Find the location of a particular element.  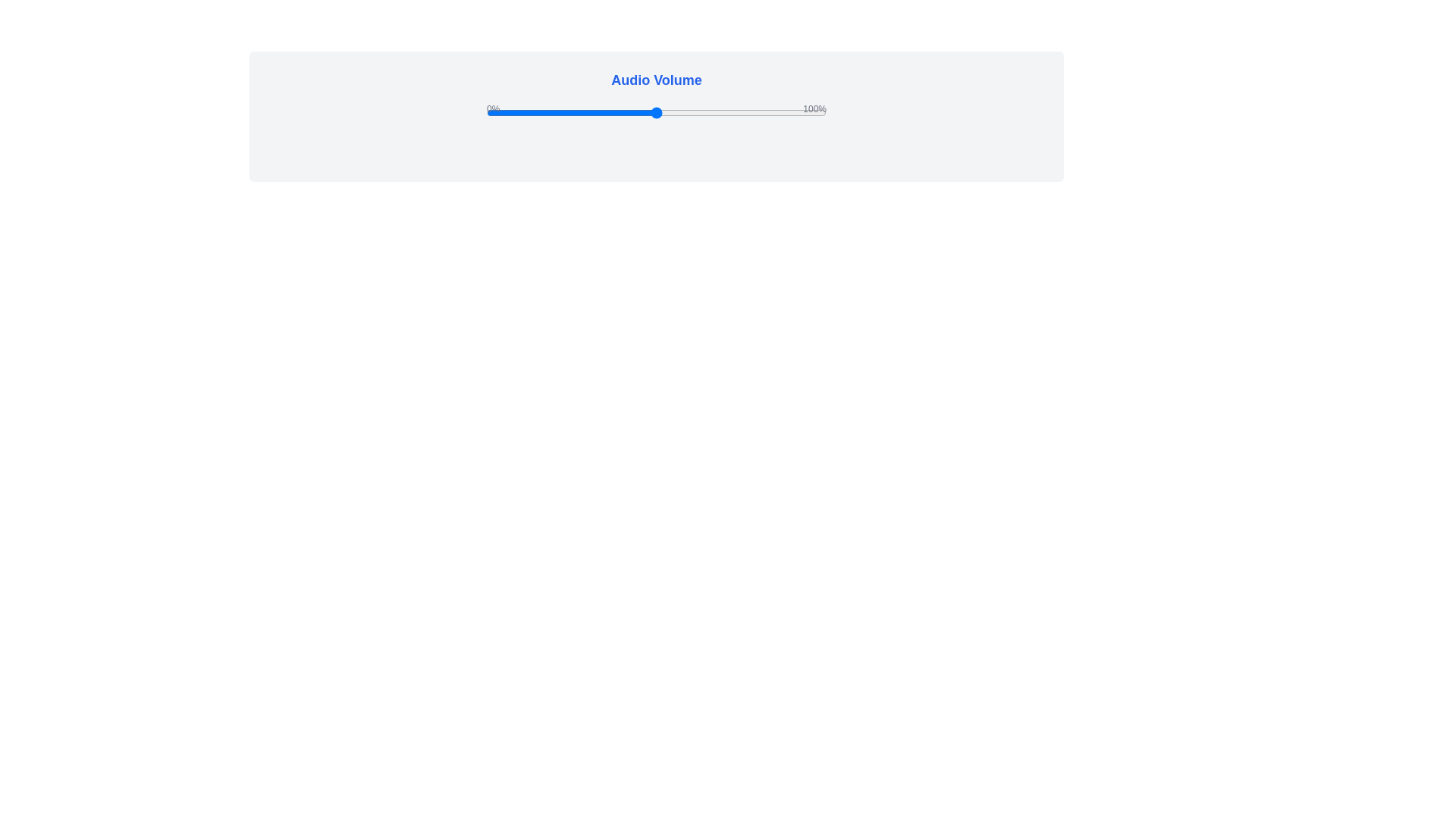

the audio volume is located at coordinates (745, 112).